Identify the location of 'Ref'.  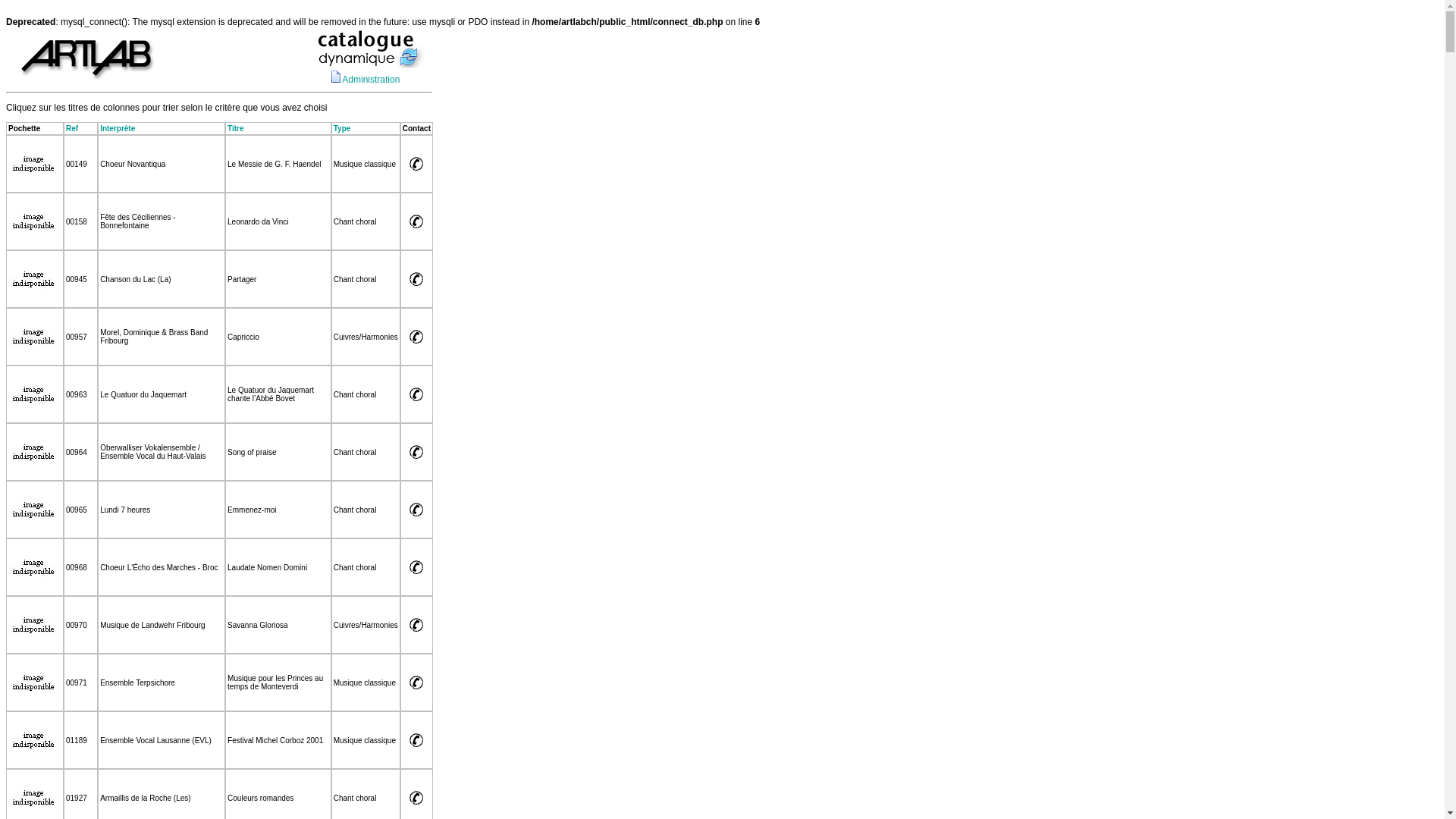
(71, 127).